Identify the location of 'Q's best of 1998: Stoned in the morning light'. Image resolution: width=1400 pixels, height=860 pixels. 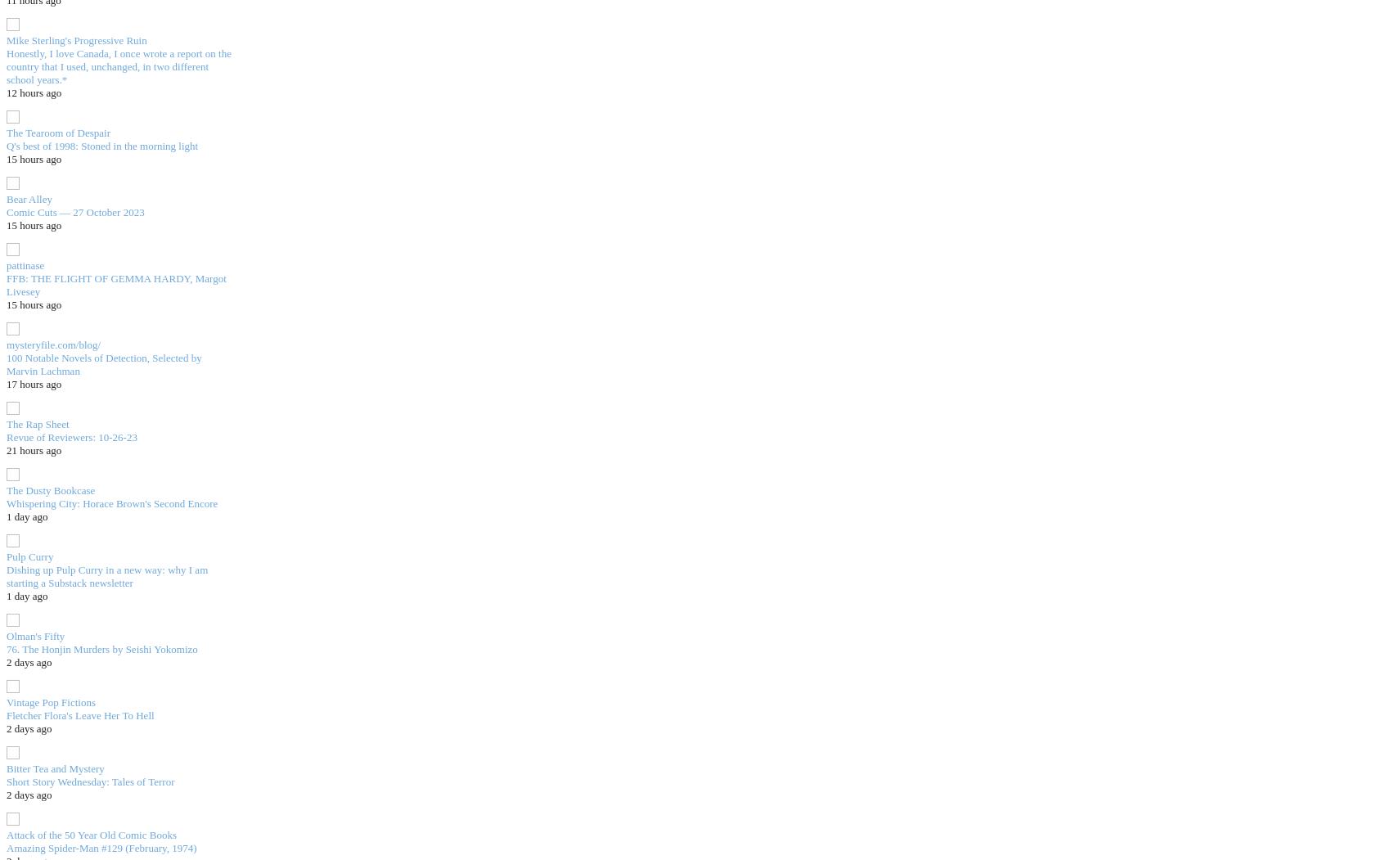
(101, 145).